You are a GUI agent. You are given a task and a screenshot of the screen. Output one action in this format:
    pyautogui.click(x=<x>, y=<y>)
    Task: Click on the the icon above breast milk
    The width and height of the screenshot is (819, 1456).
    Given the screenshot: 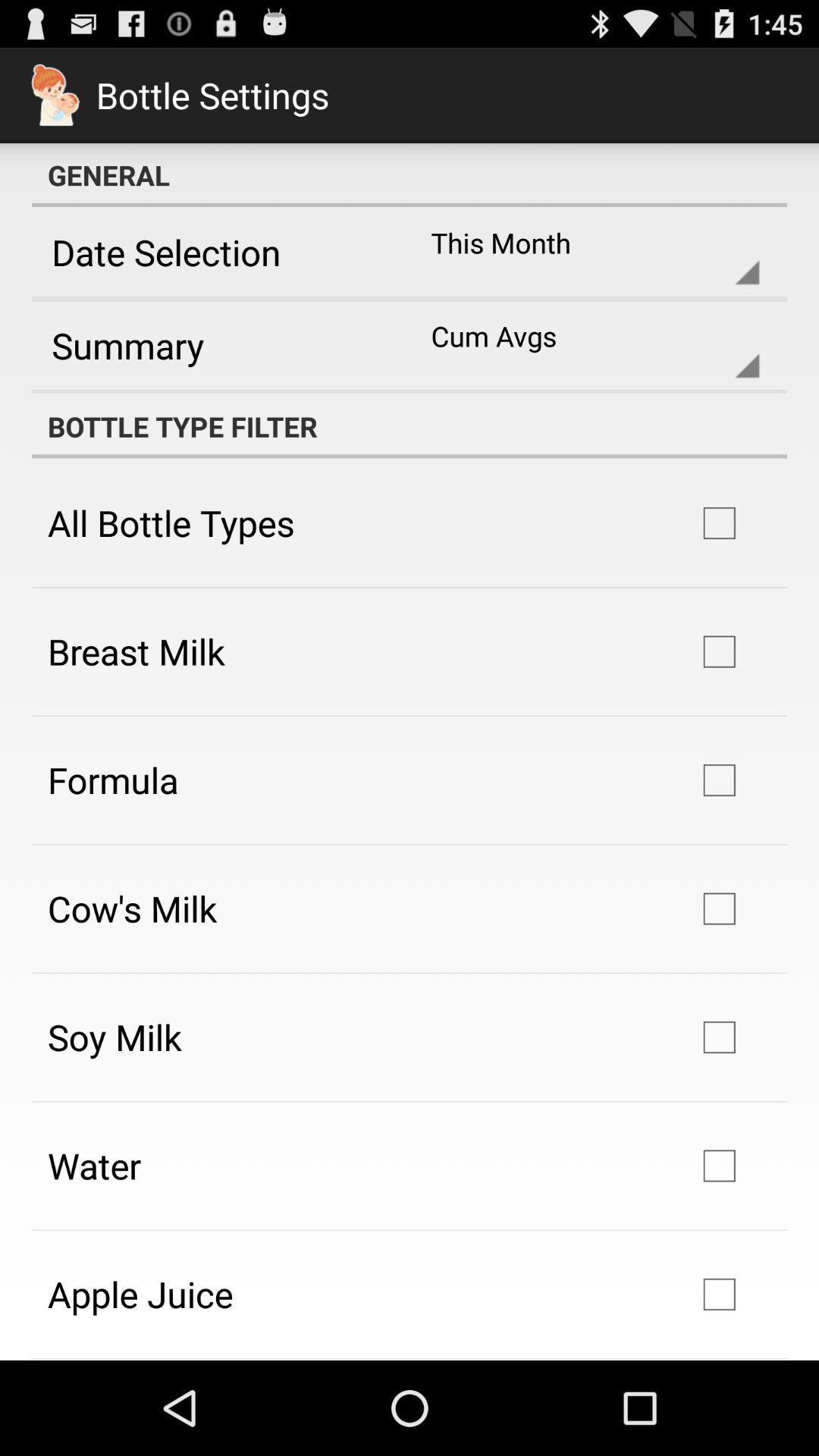 What is the action you would take?
    pyautogui.click(x=171, y=522)
    